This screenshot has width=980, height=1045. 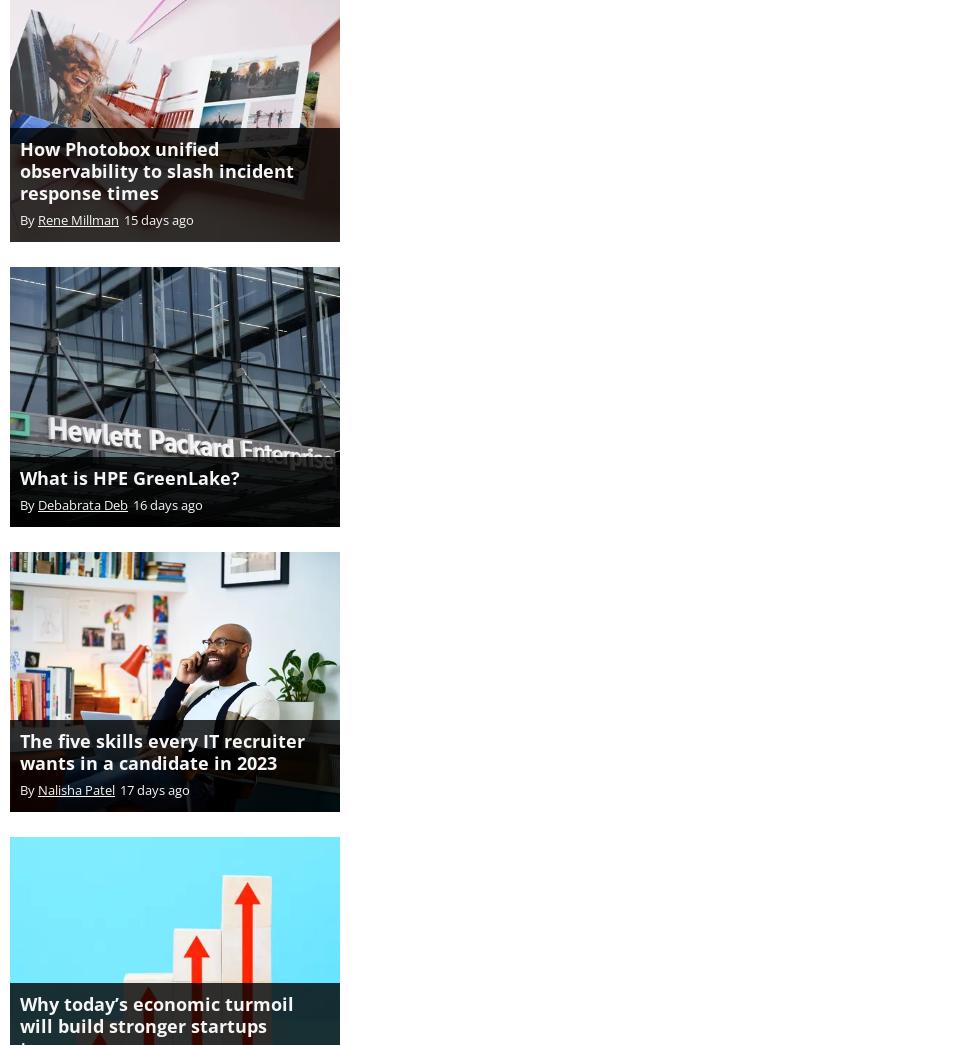 I want to click on 'The five skills every IT recruiter wants in a candidate in 2023', so click(x=162, y=729).